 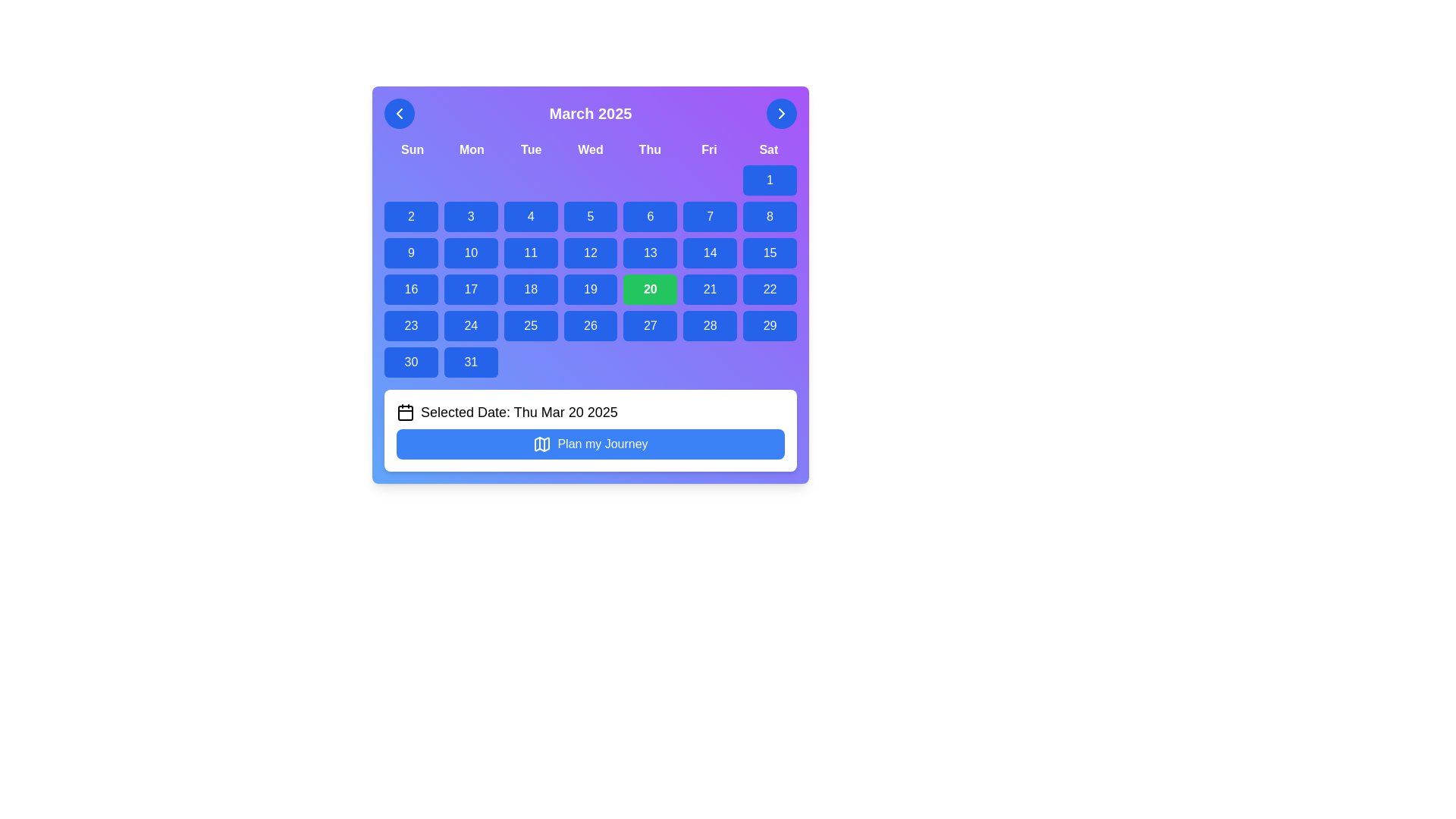 I want to click on the rounded rectangular button with a blue background and the label '5', so click(x=589, y=216).